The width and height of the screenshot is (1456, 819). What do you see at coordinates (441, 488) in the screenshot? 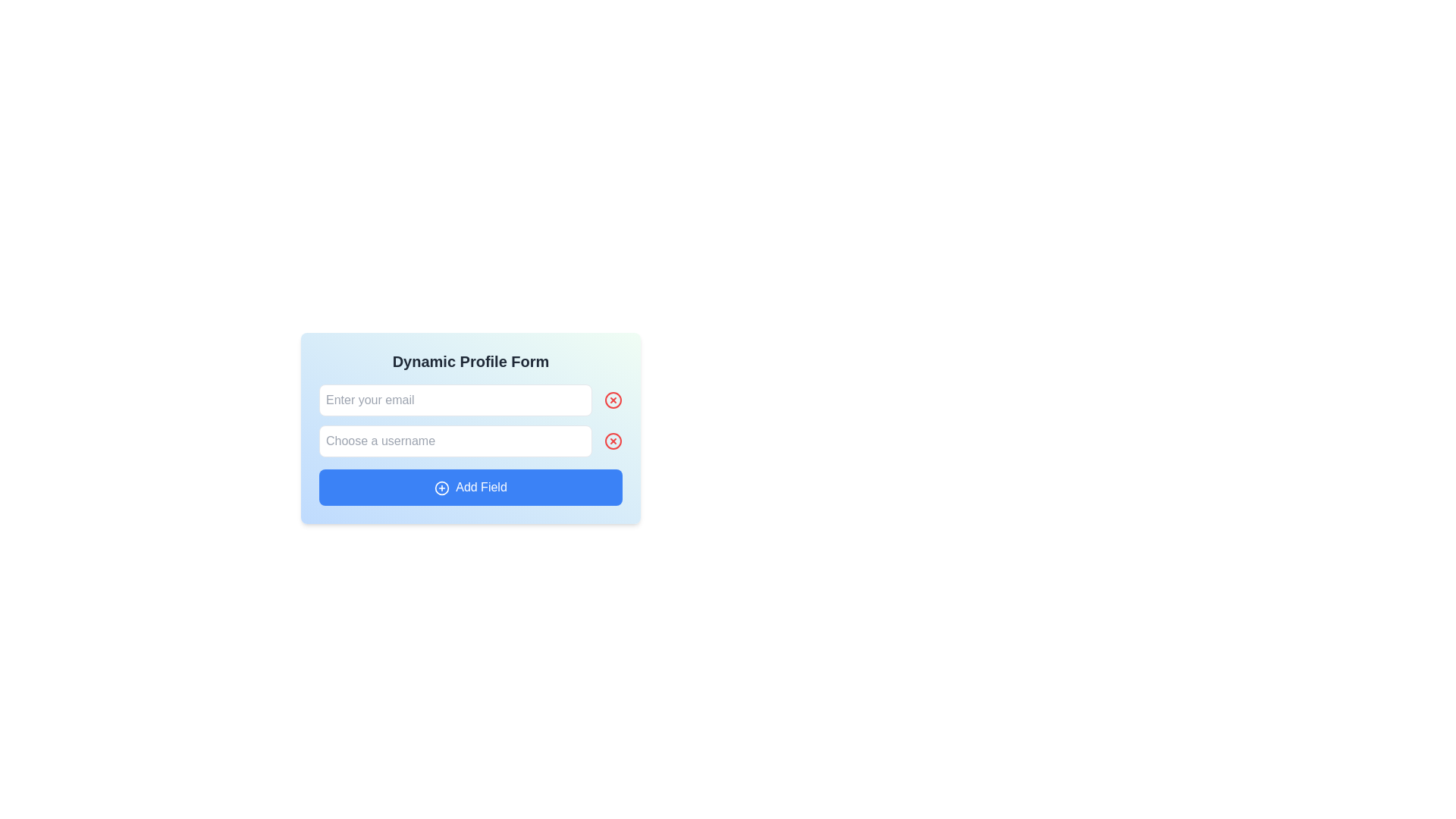
I see `the circular icon with a plus sign located to the left of the 'Add Field' text in the blue button` at bounding box center [441, 488].